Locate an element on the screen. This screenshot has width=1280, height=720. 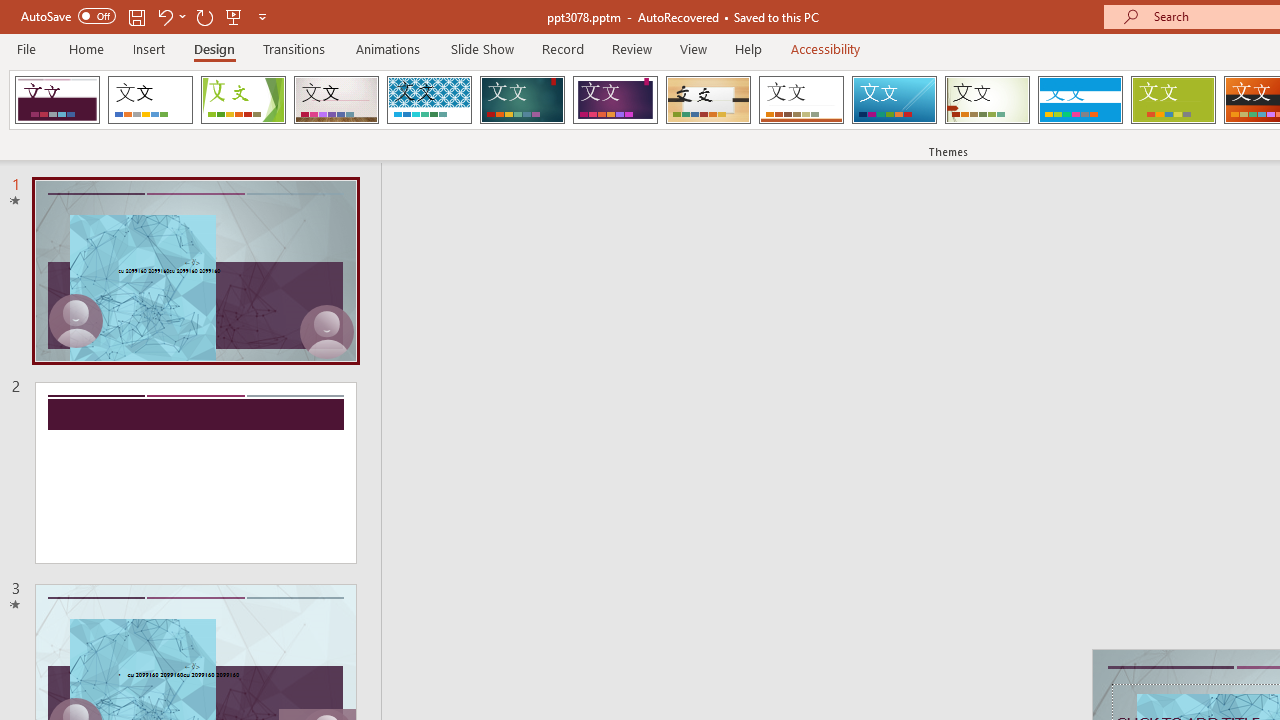
'Accessibility' is located at coordinates (826, 48).